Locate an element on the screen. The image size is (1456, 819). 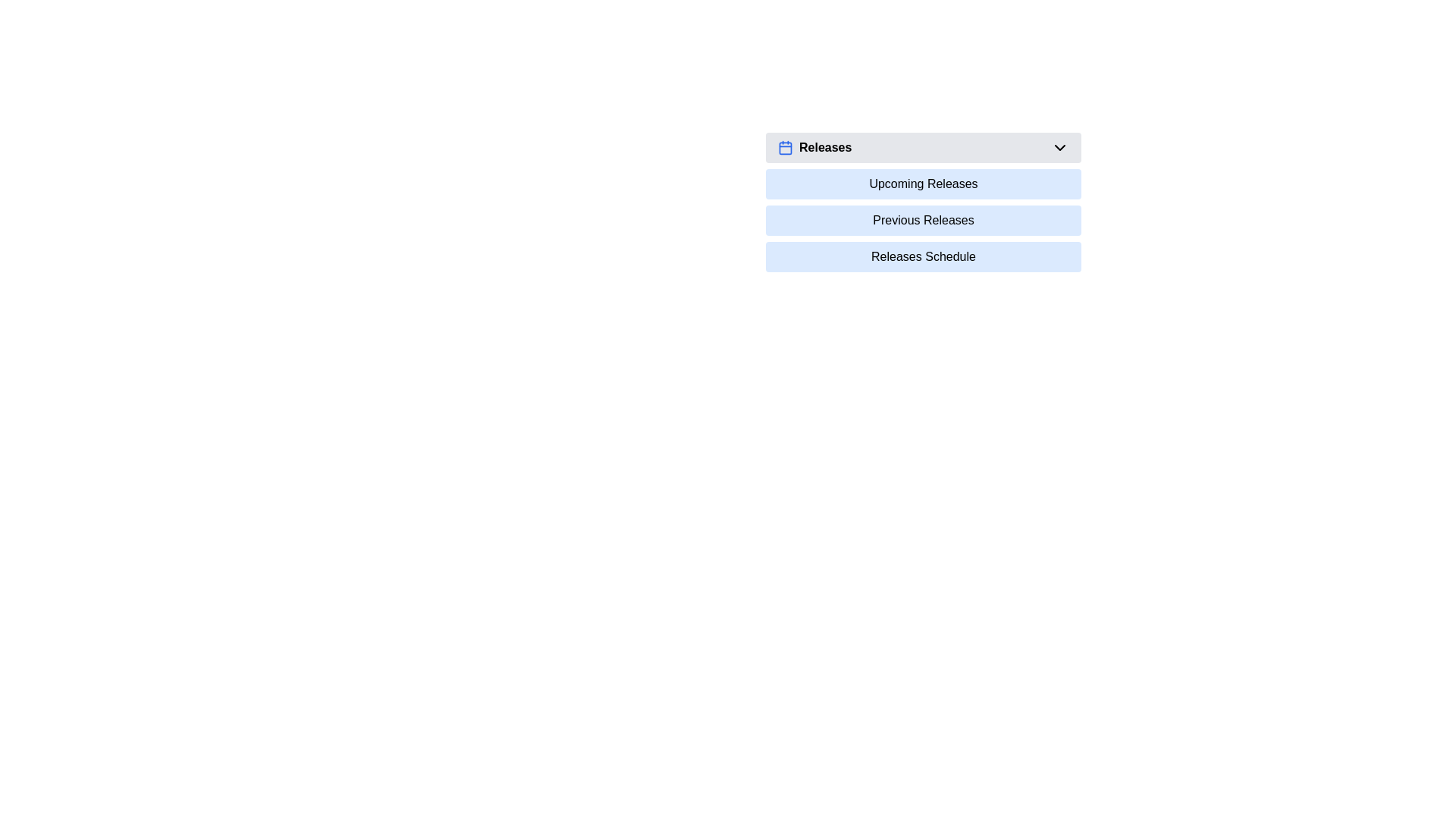
the third button in the dropdown menu titled 'Releases' is located at coordinates (923, 256).